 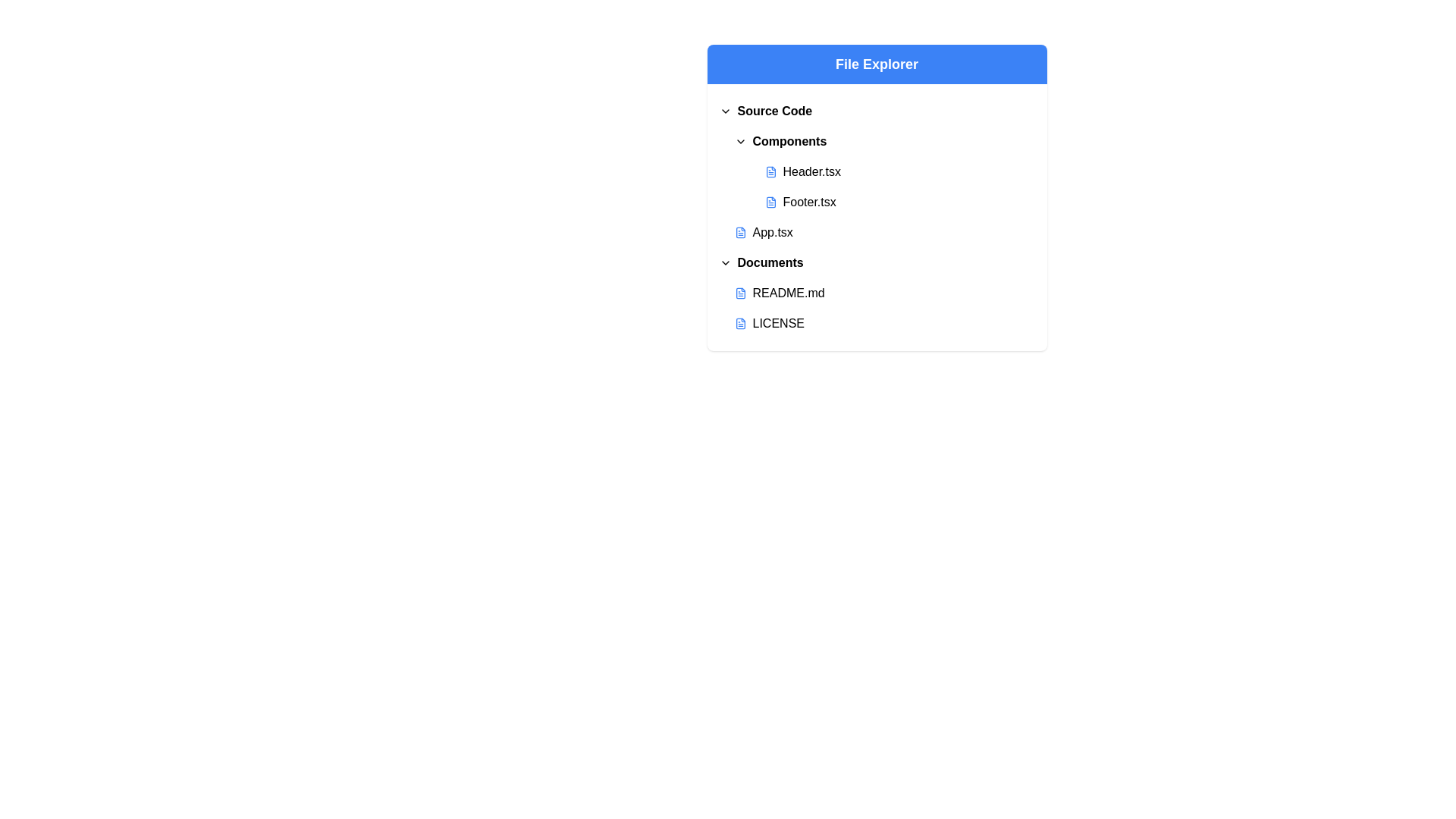 I want to click on the 'Documents' label in the file explorer to interact with its related functionality, so click(x=770, y=262).